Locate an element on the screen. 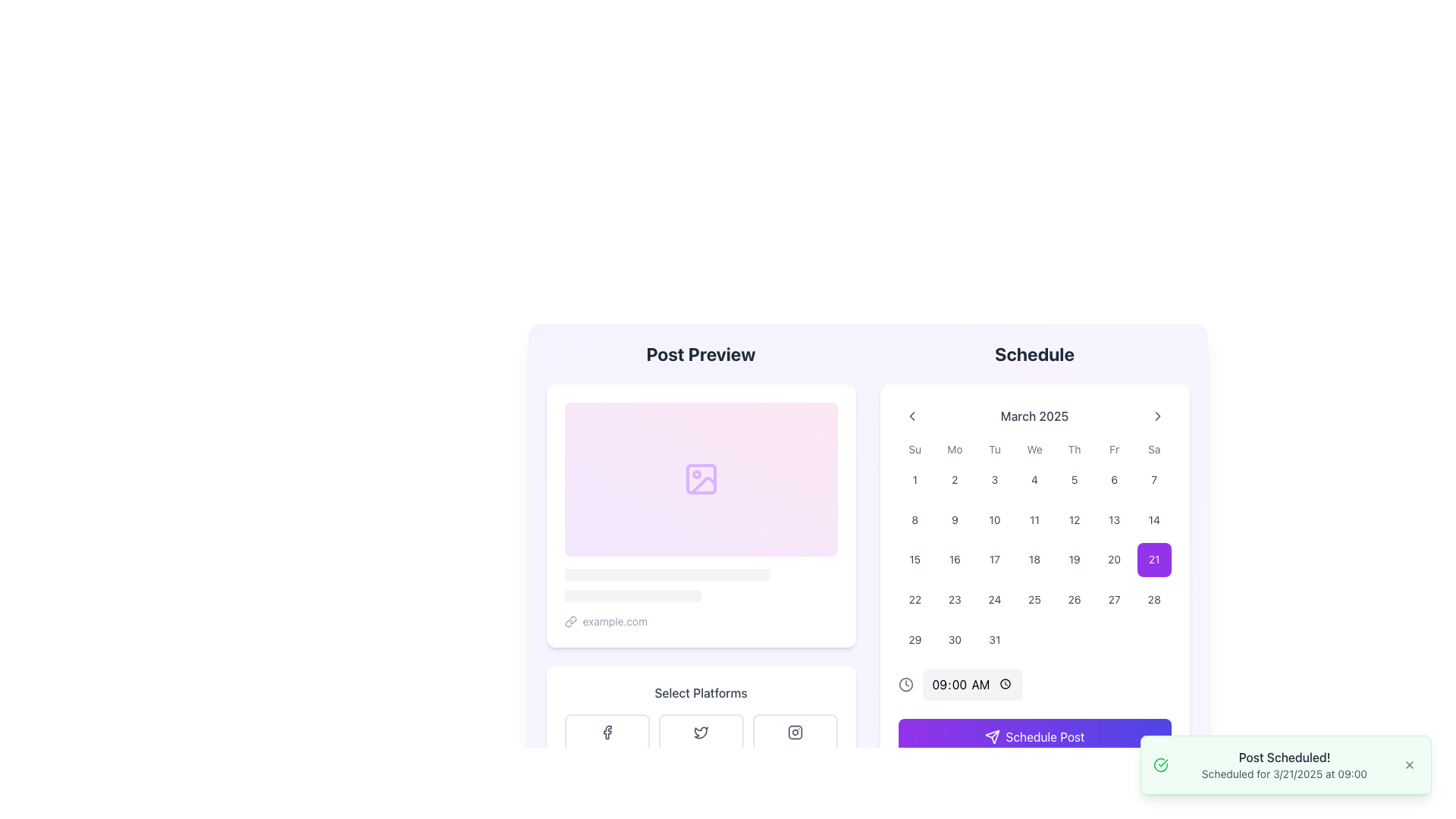  the decorative boundary for the Instagram logo, which is the third icon in a sequence of selectable platform icons is located at coordinates (794, 731).